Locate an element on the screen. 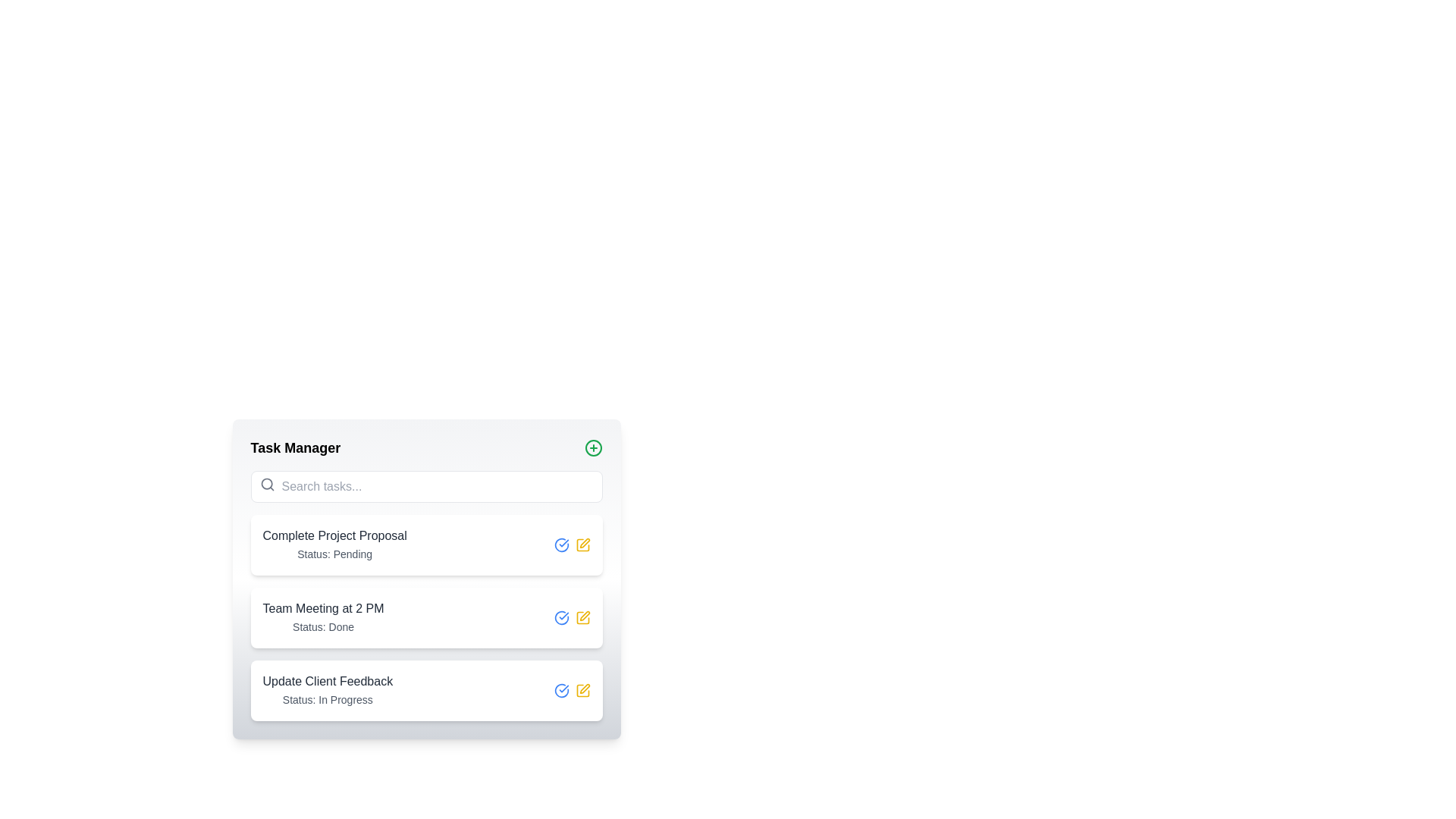 This screenshot has height=819, width=1456. the small circle representing the lens of the magnifying glass in the search icon located at the top left corner of the 'Search tasks...' input field in the 'Task Manager' section is located at coordinates (266, 484).